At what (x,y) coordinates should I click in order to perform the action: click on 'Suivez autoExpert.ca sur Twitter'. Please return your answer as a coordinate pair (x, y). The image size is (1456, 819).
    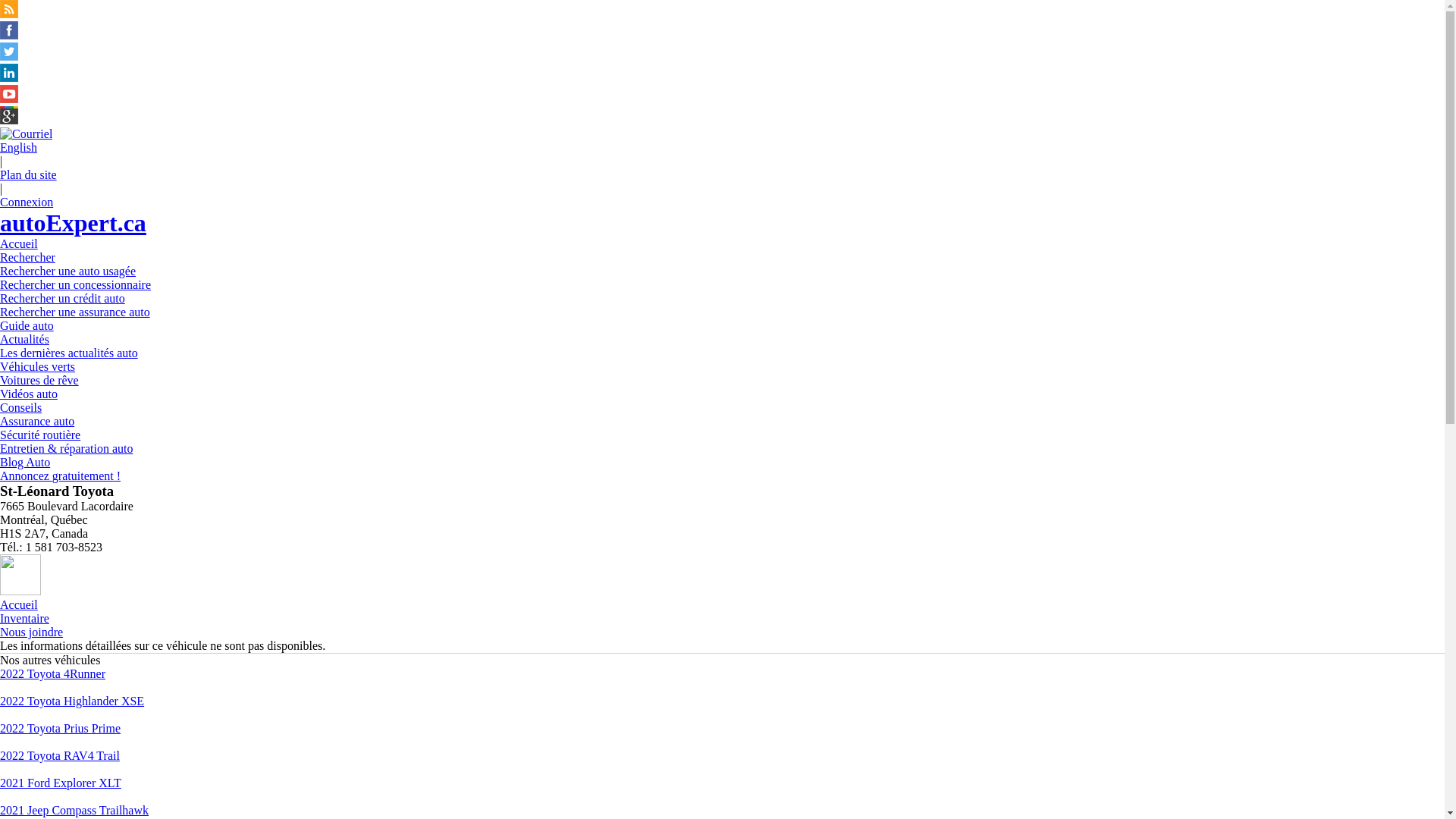
    Looking at the image, I should click on (0, 55).